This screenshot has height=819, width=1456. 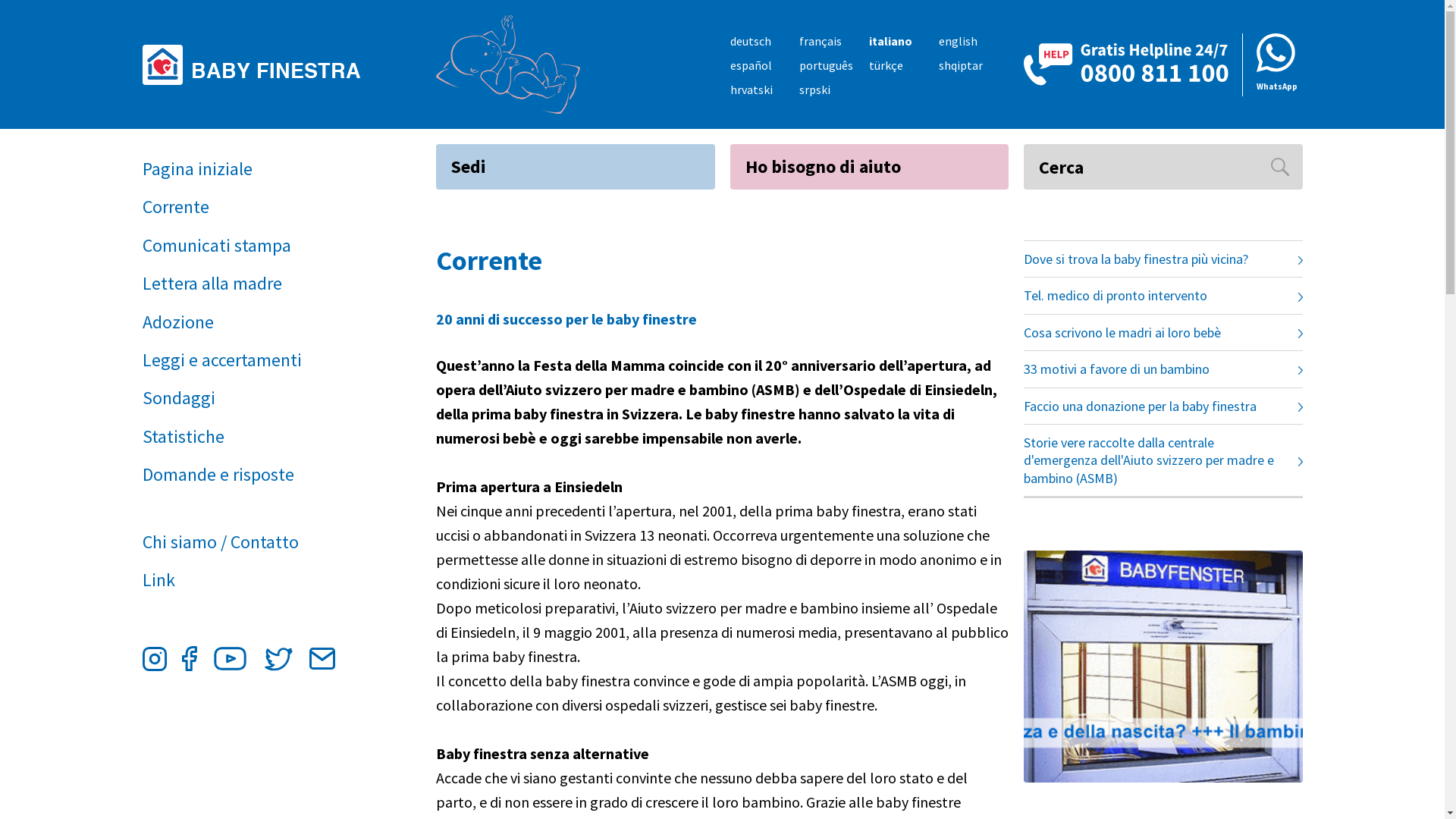 What do you see at coordinates (142, 359) in the screenshot?
I see `'Leggi e accertamenti'` at bounding box center [142, 359].